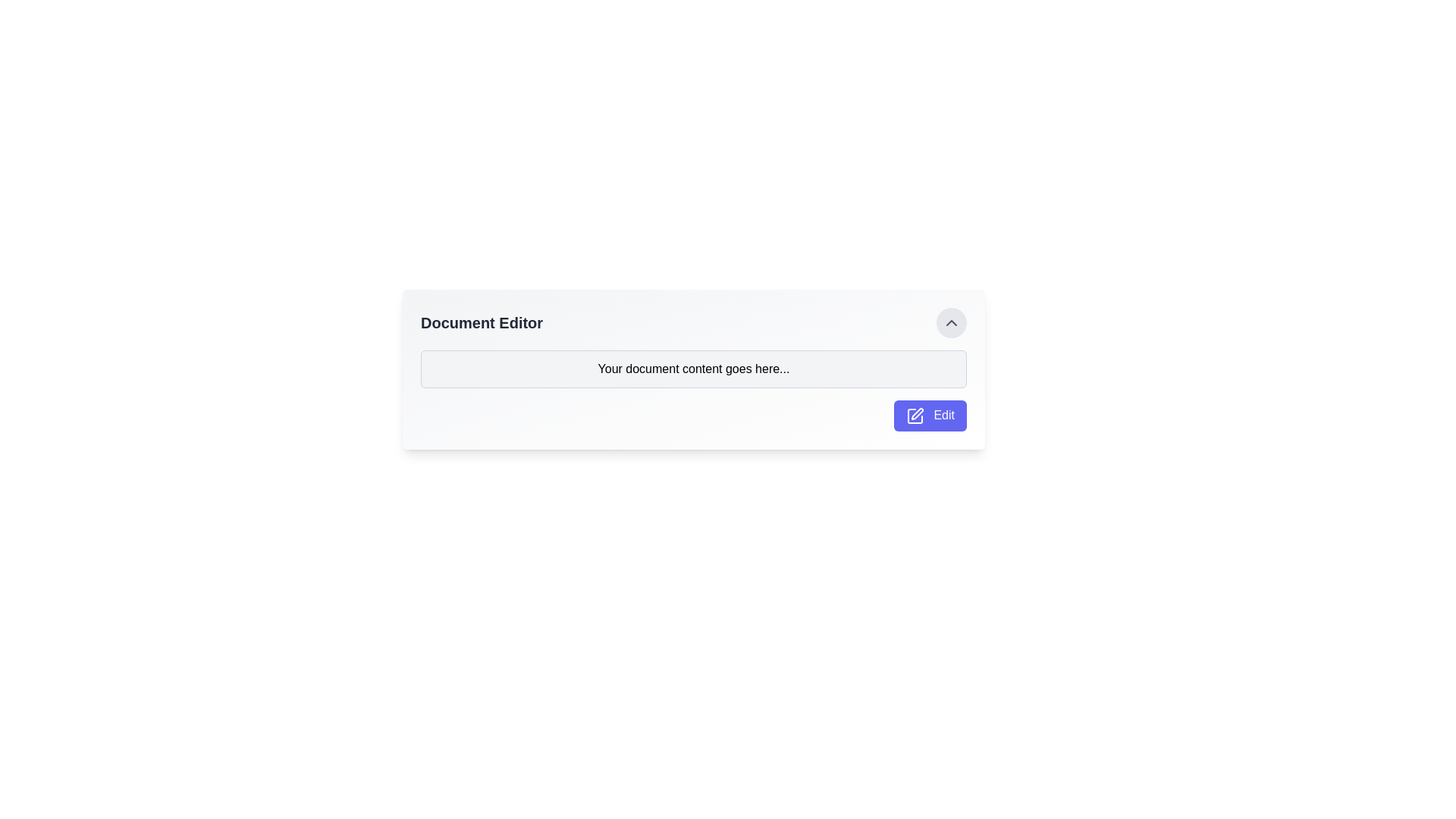  I want to click on on the static text display area within the 'Document Editor', so click(693, 369).